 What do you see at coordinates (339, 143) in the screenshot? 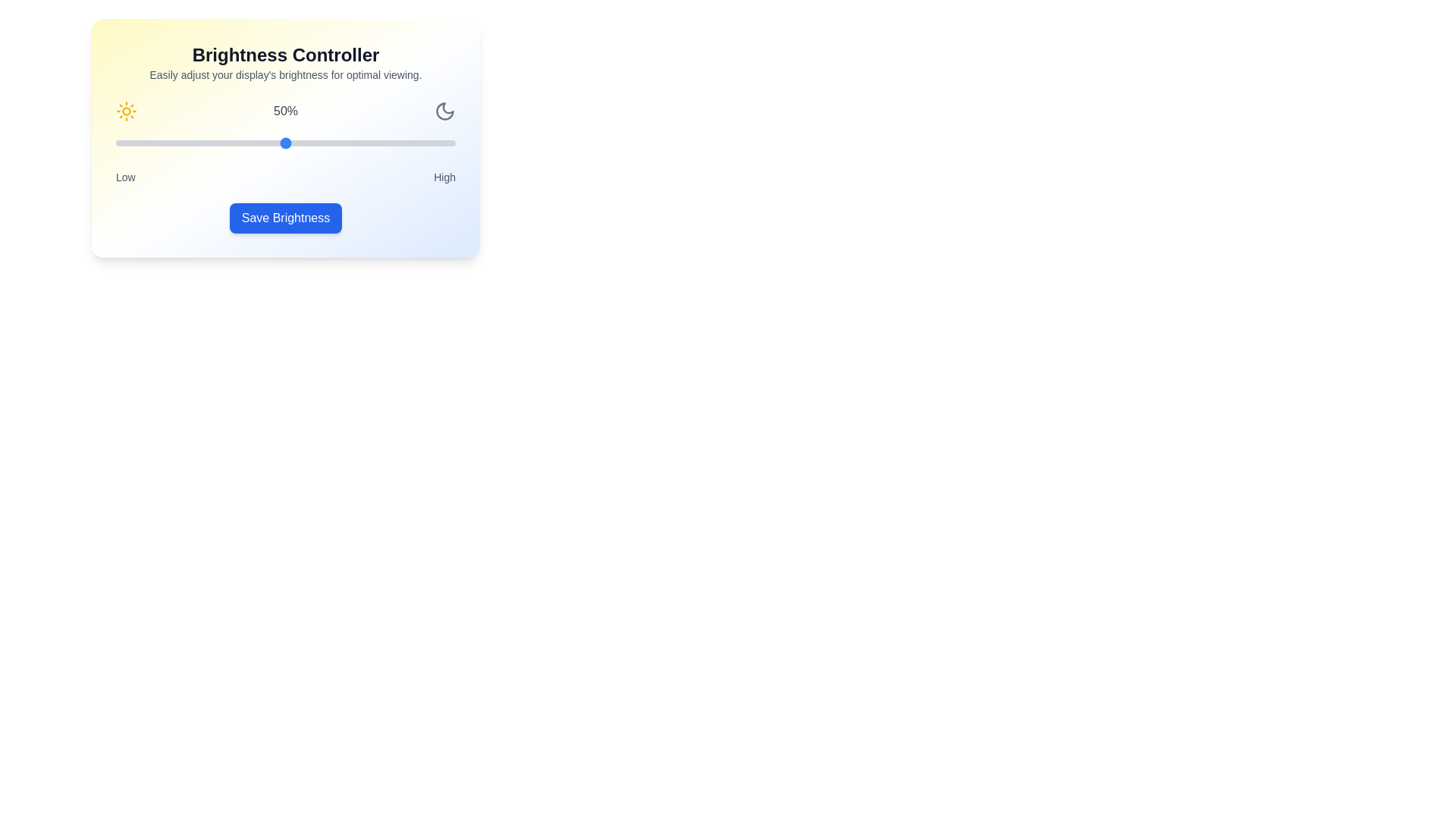
I see `the brightness slider to 66%` at bounding box center [339, 143].